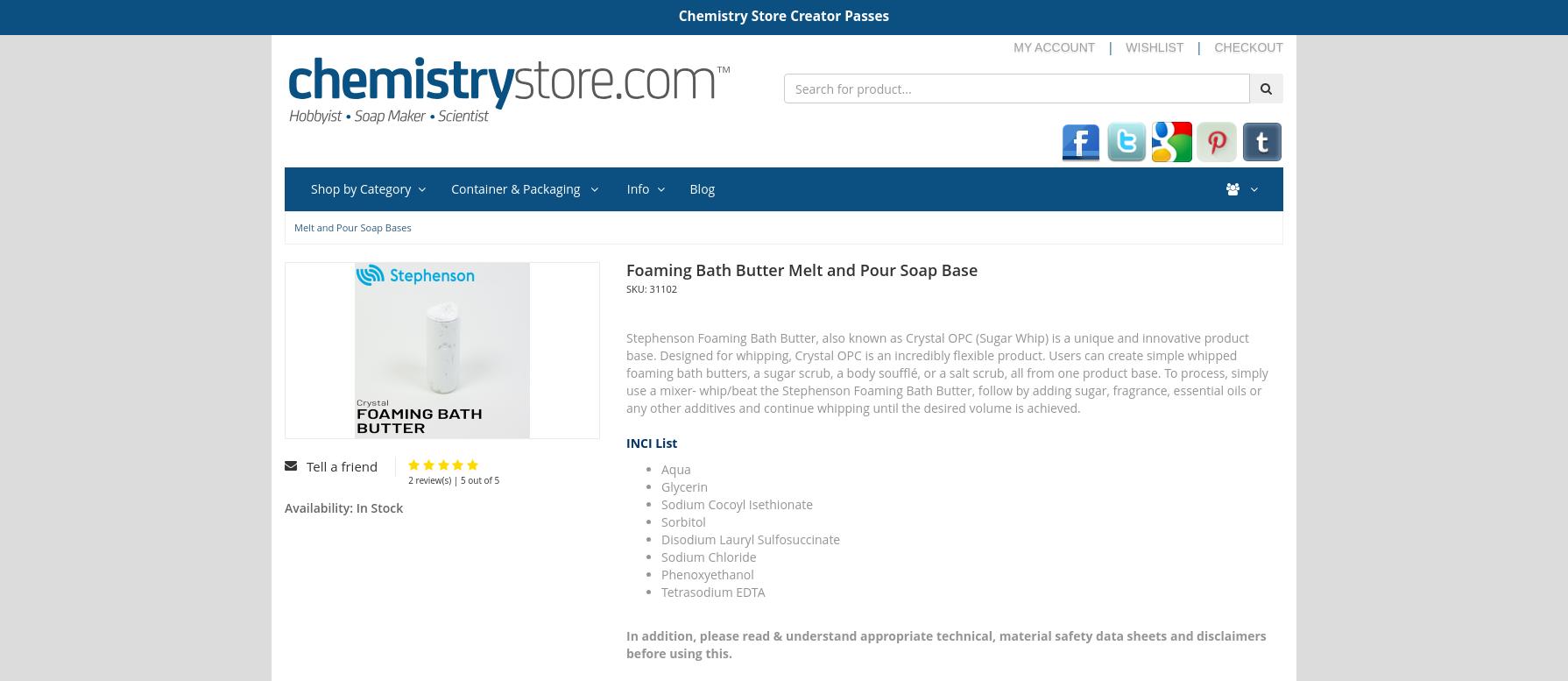 The width and height of the screenshot is (1568, 681). I want to click on 'Melt and Pour Soap Bases', so click(352, 227).